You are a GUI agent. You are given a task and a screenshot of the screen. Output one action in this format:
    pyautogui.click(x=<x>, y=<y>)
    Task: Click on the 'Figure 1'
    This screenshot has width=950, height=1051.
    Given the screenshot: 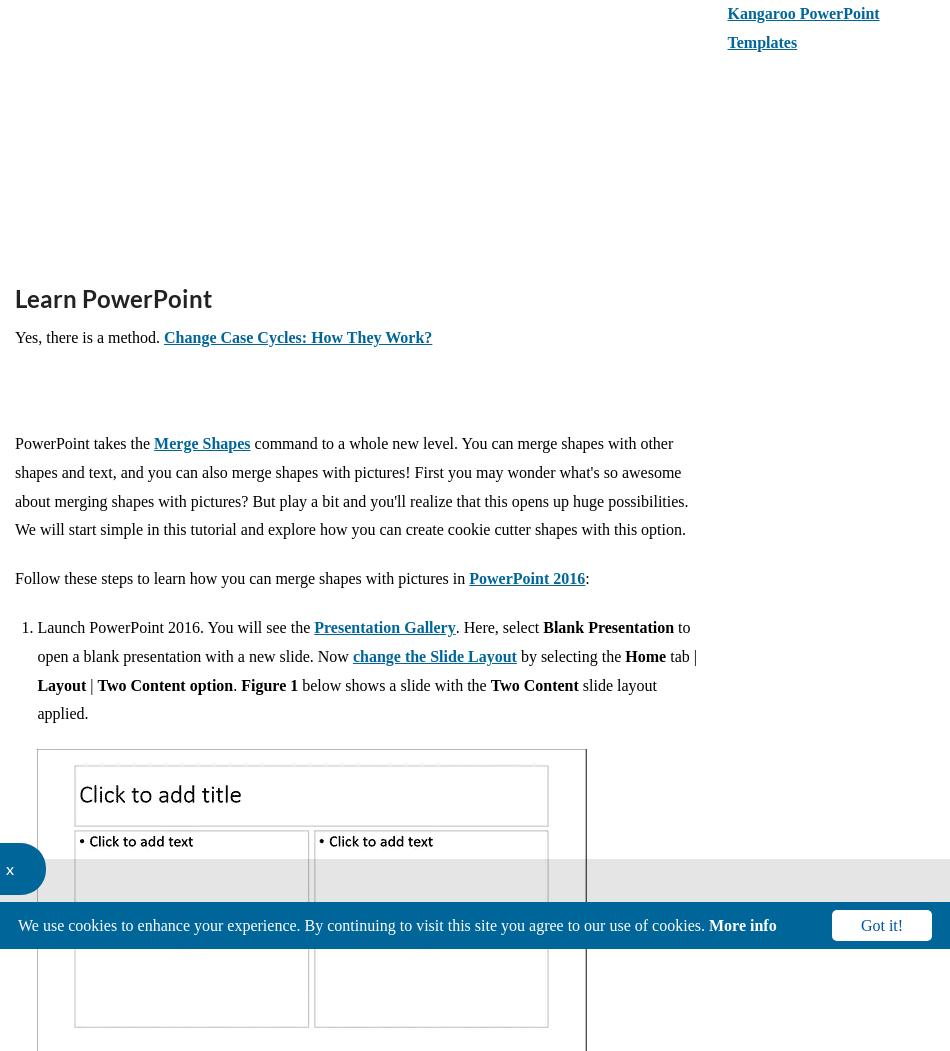 What is the action you would take?
    pyautogui.click(x=268, y=684)
    